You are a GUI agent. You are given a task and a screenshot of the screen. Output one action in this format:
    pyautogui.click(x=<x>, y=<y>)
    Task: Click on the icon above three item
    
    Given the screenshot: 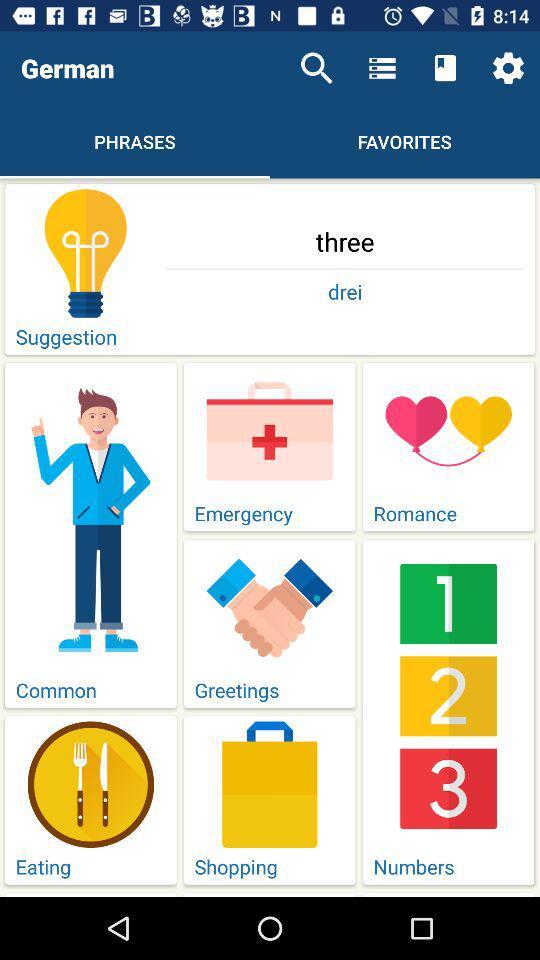 What is the action you would take?
    pyautogui.click(x=316, y=68)
    